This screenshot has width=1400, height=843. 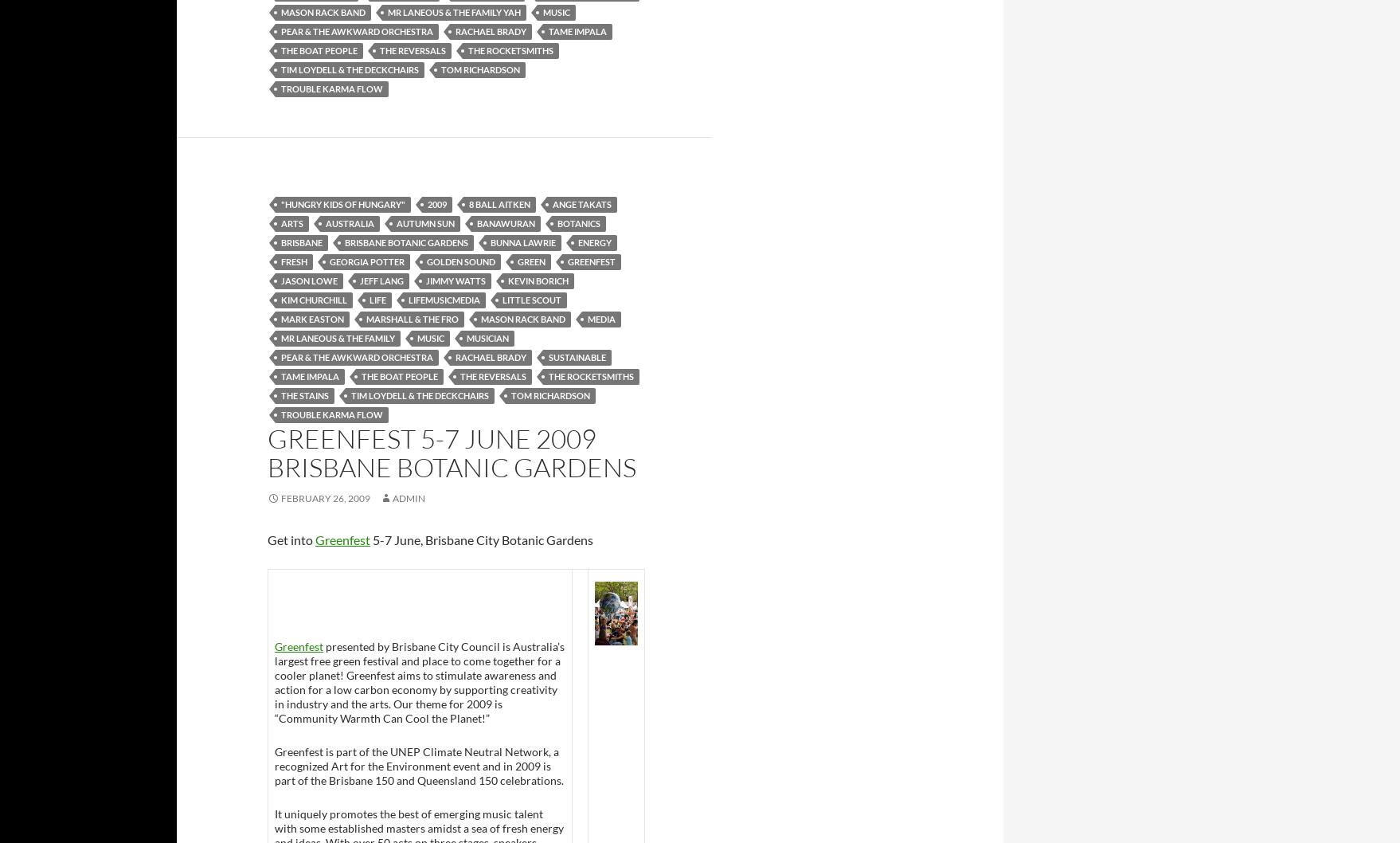 I want to click on 'life', so click(x=377, y=299).